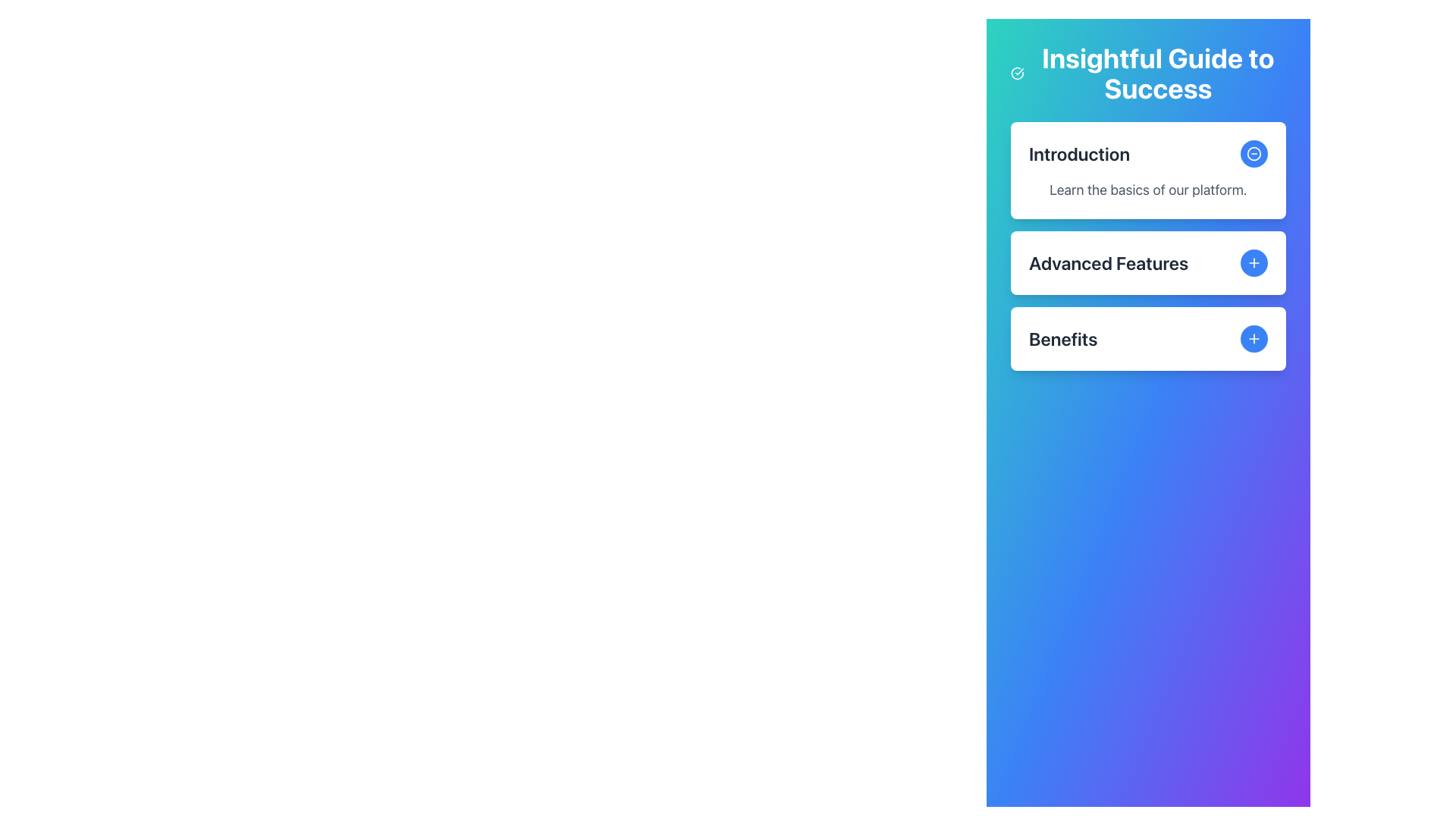 The width and height of the screenshot is (1456, 819). I want to click on the 'Advanced Features' text heading, which is styled in bold, large font and serves as a main title within the interface, positioned to the left of an interactive circular button with a plus sign, so click(1109, 262).